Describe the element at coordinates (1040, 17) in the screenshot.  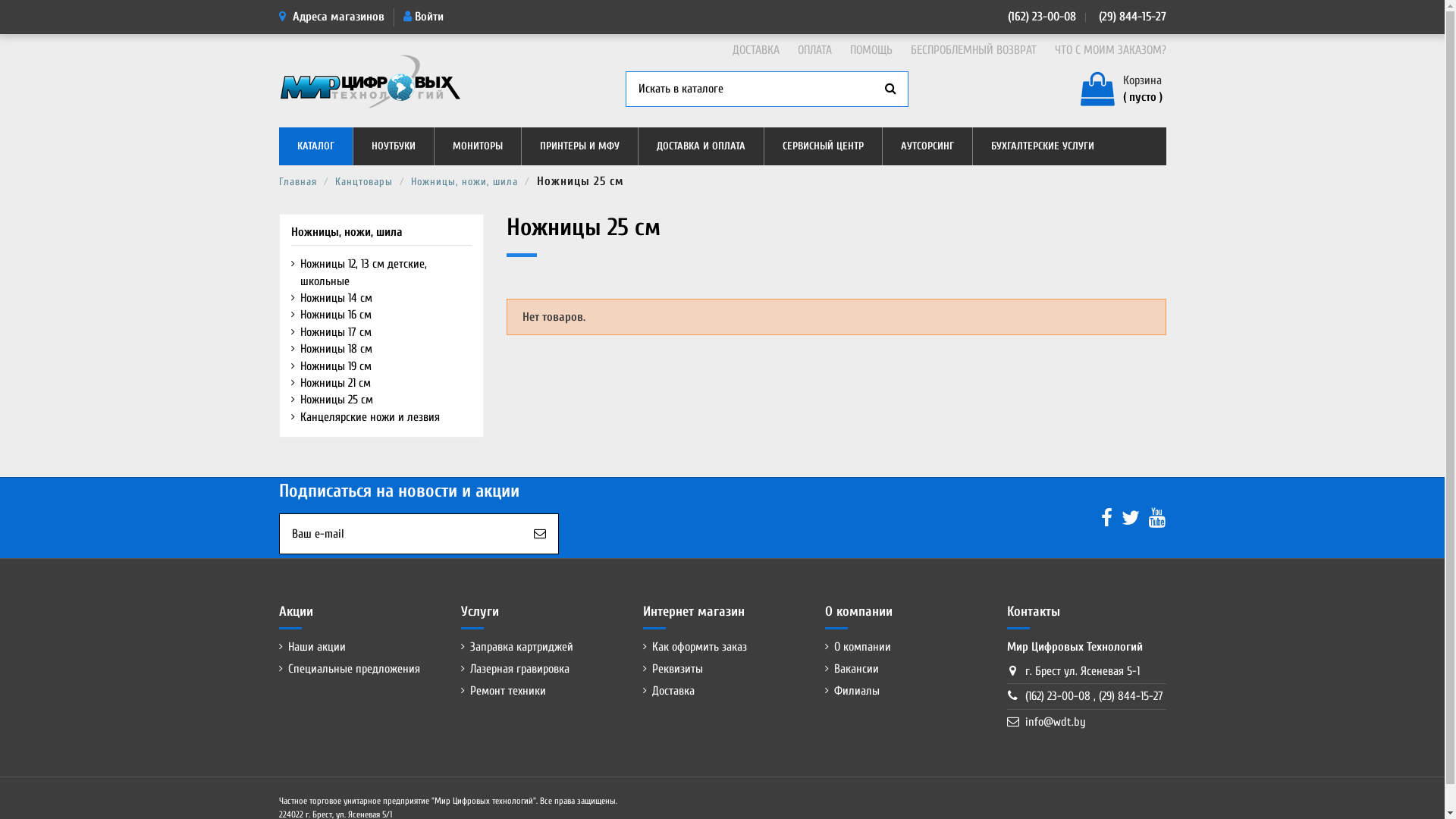
I see `'(162) 23-00-08'` at that location.